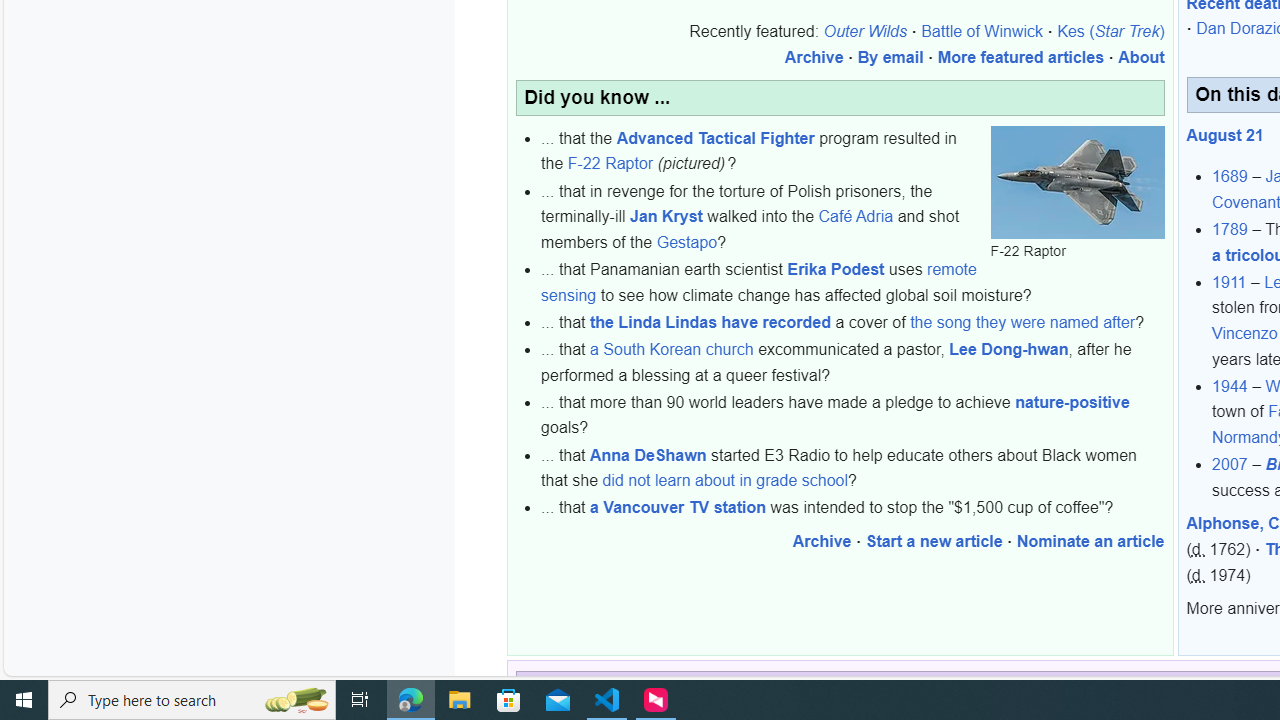 This screenshot has width=1280, height=720. Describe the element at coordinates (1023, 321) in the screenshot. I see `'the song they were named after'` at that location.